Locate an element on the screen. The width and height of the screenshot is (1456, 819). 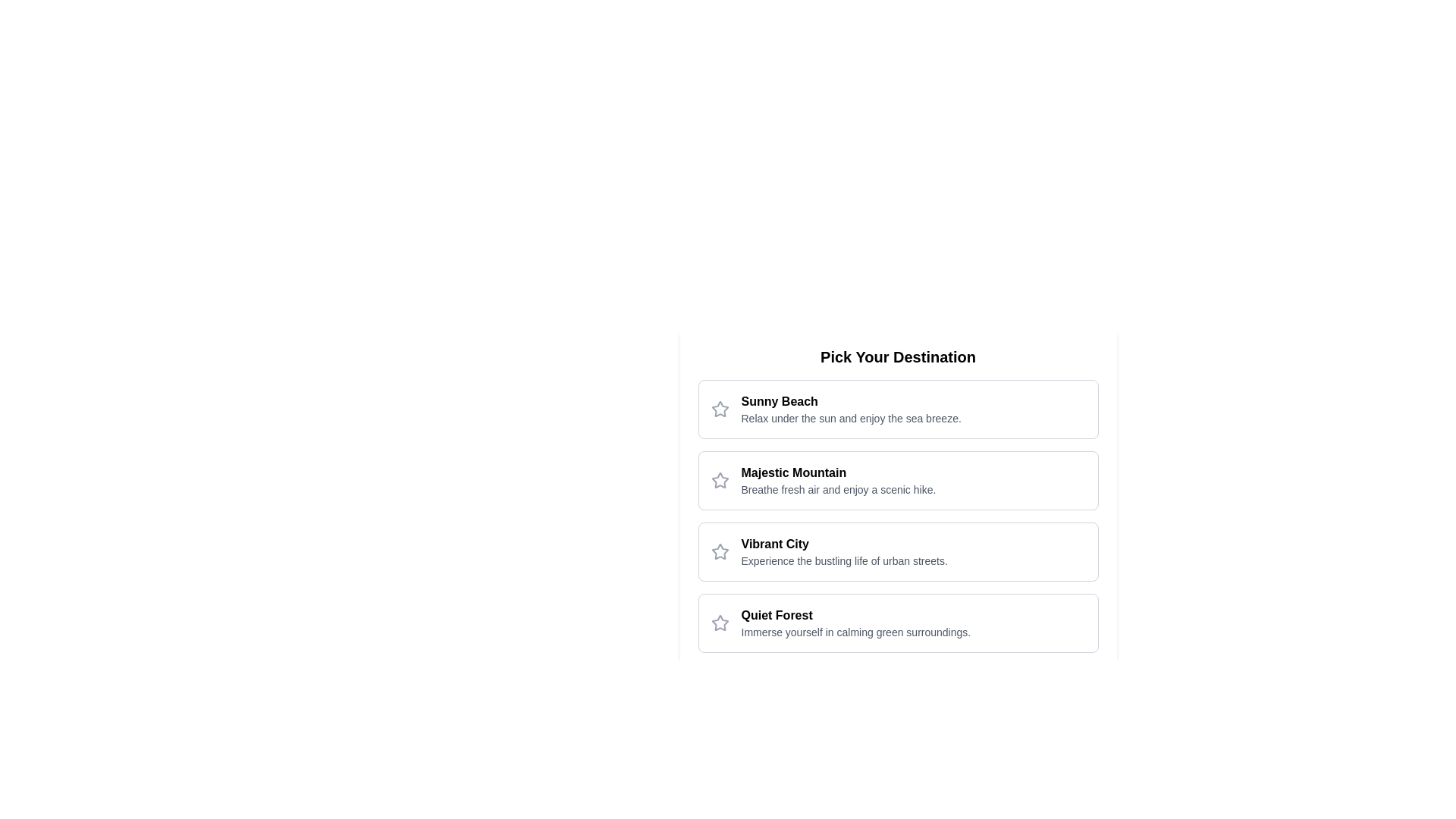
the 'Sunny Beach' selectable list item, which is the uppermost item in the list under the 'Pick Your Destination' header is located at coordinates (898, 409).